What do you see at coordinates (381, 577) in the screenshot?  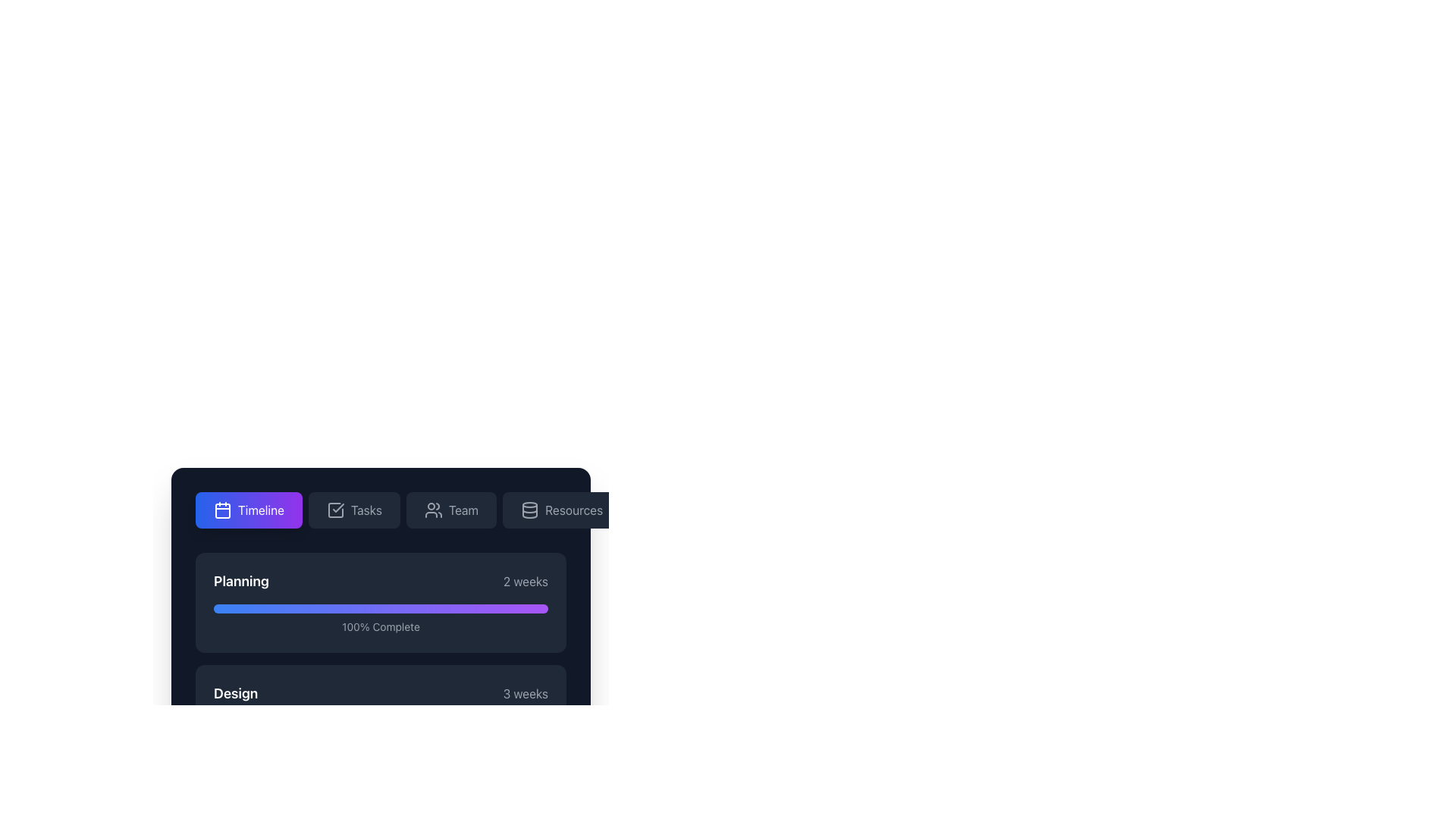 I see `the navigation buttons above the Progress card titled 'Planning', which is the first card in a vertical stack of progress cards` at bounding box center [381, 577].